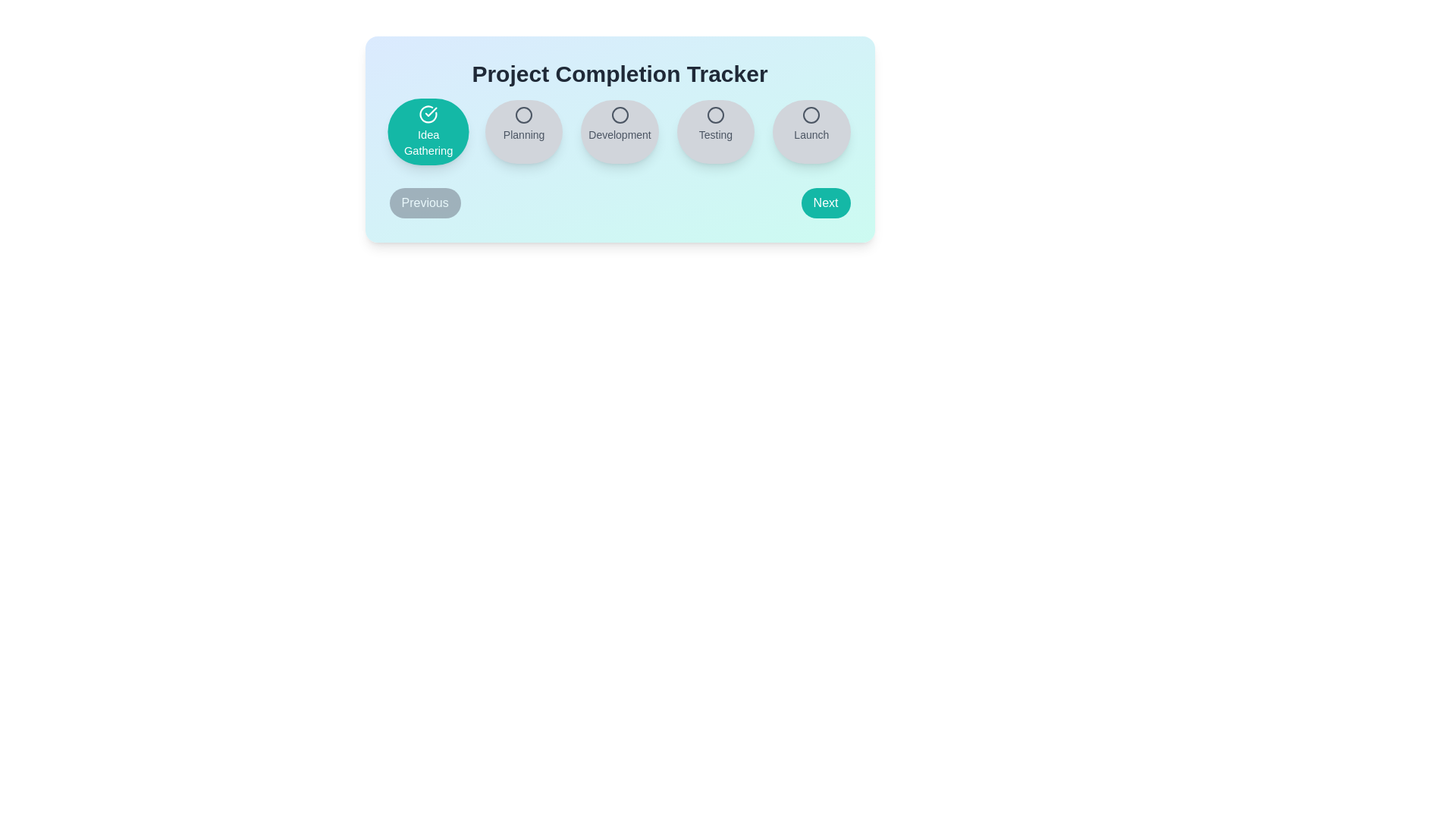  Describe the element at coordinates (427, 113) in the screenshot. I see `the completion icon in the 'Idea Gathering' step, which is located in the top left teal-colored circular step of the horizontal stepper layout` at that location.